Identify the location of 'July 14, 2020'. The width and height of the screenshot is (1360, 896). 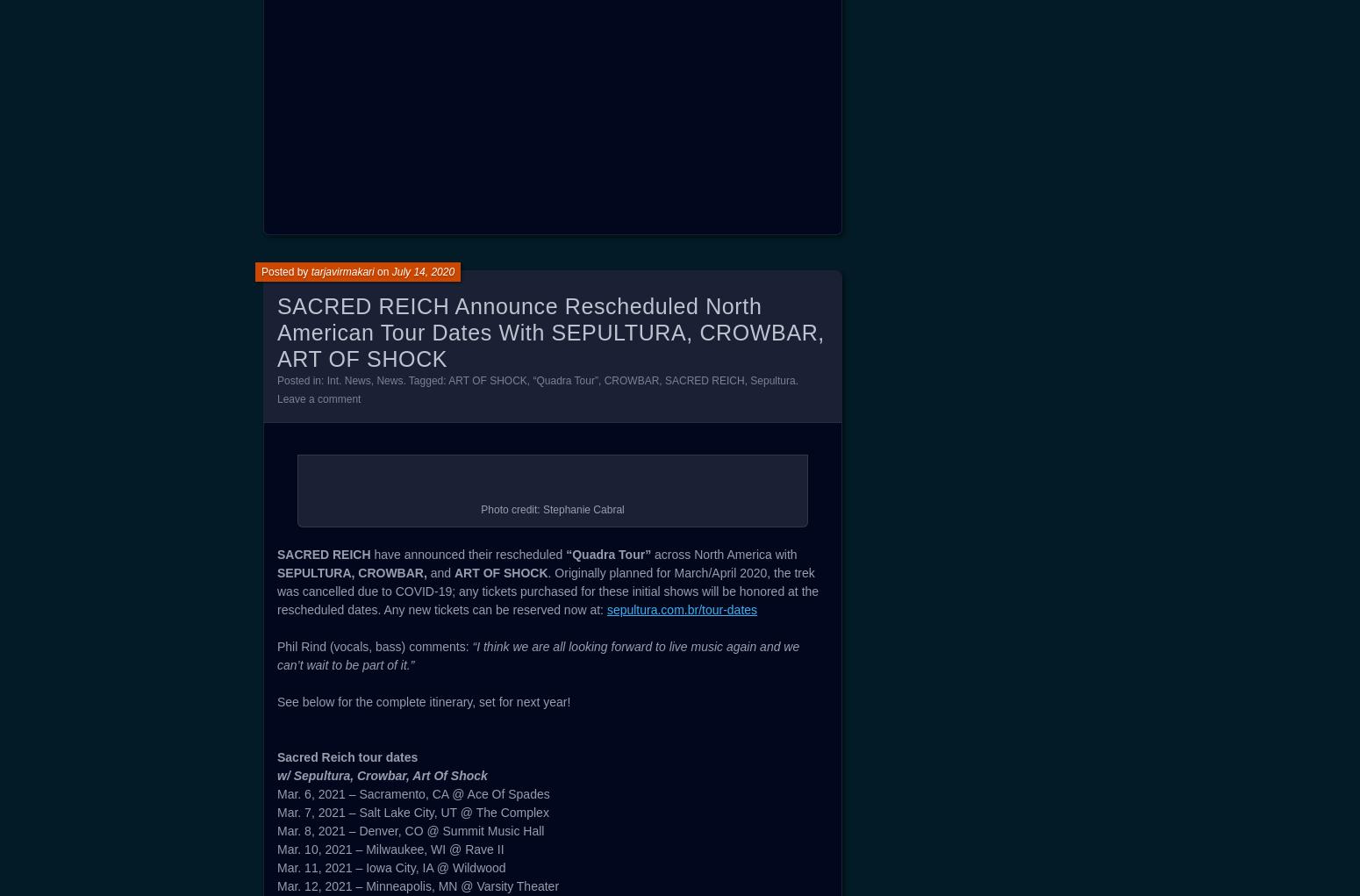
(390, 782).